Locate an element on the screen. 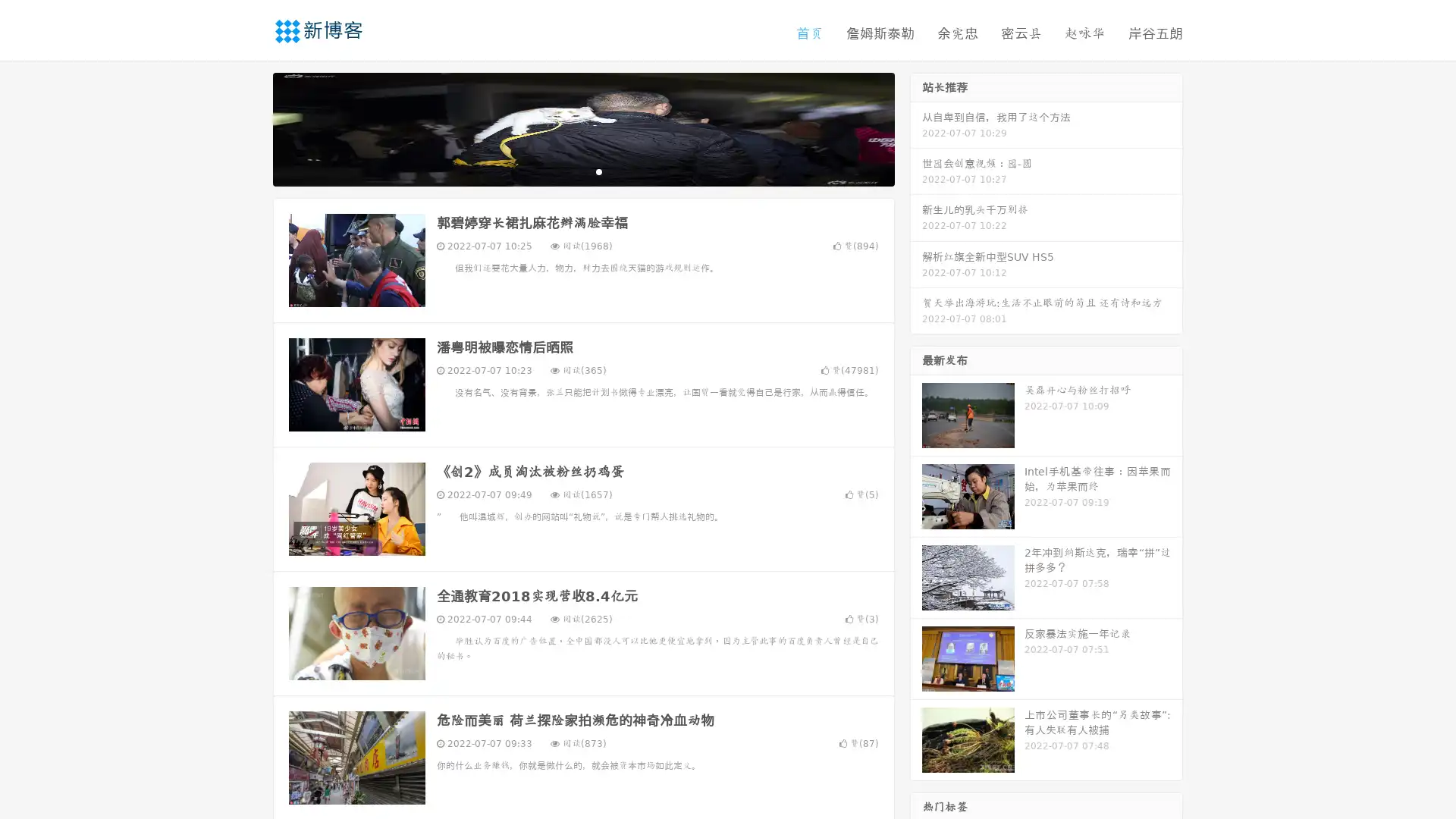 This screenshot has height=819, width=1456. Go to slide 1 is located at coordinates (567, 171).